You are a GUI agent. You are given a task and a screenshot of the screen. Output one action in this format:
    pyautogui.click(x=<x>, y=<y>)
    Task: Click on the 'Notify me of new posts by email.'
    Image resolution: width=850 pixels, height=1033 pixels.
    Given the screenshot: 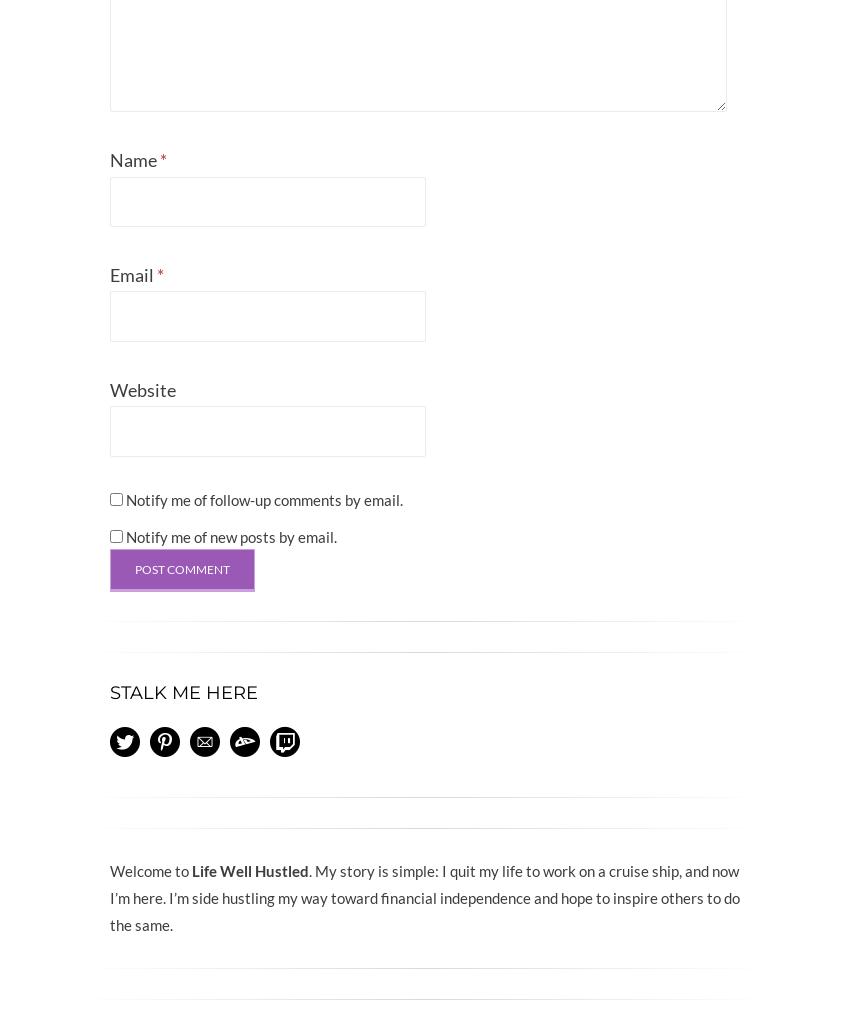 What is the action you would take?
    pyautogui.click(x=231, y=535)
    